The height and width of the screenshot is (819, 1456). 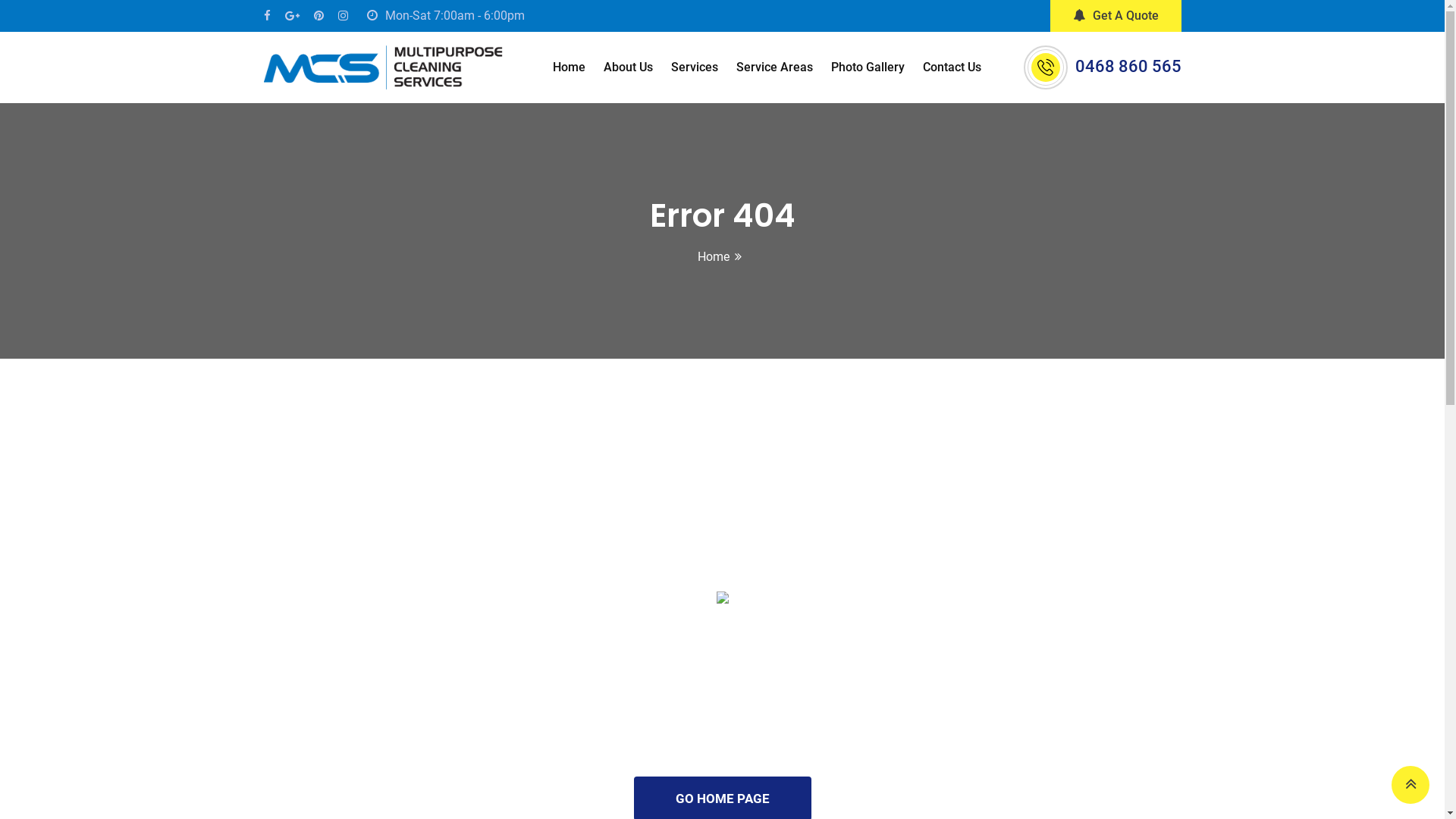 What do you see at coordinates (568, 66) in the screenshot?
I see `'Home'` at bounding box center [568, 66].